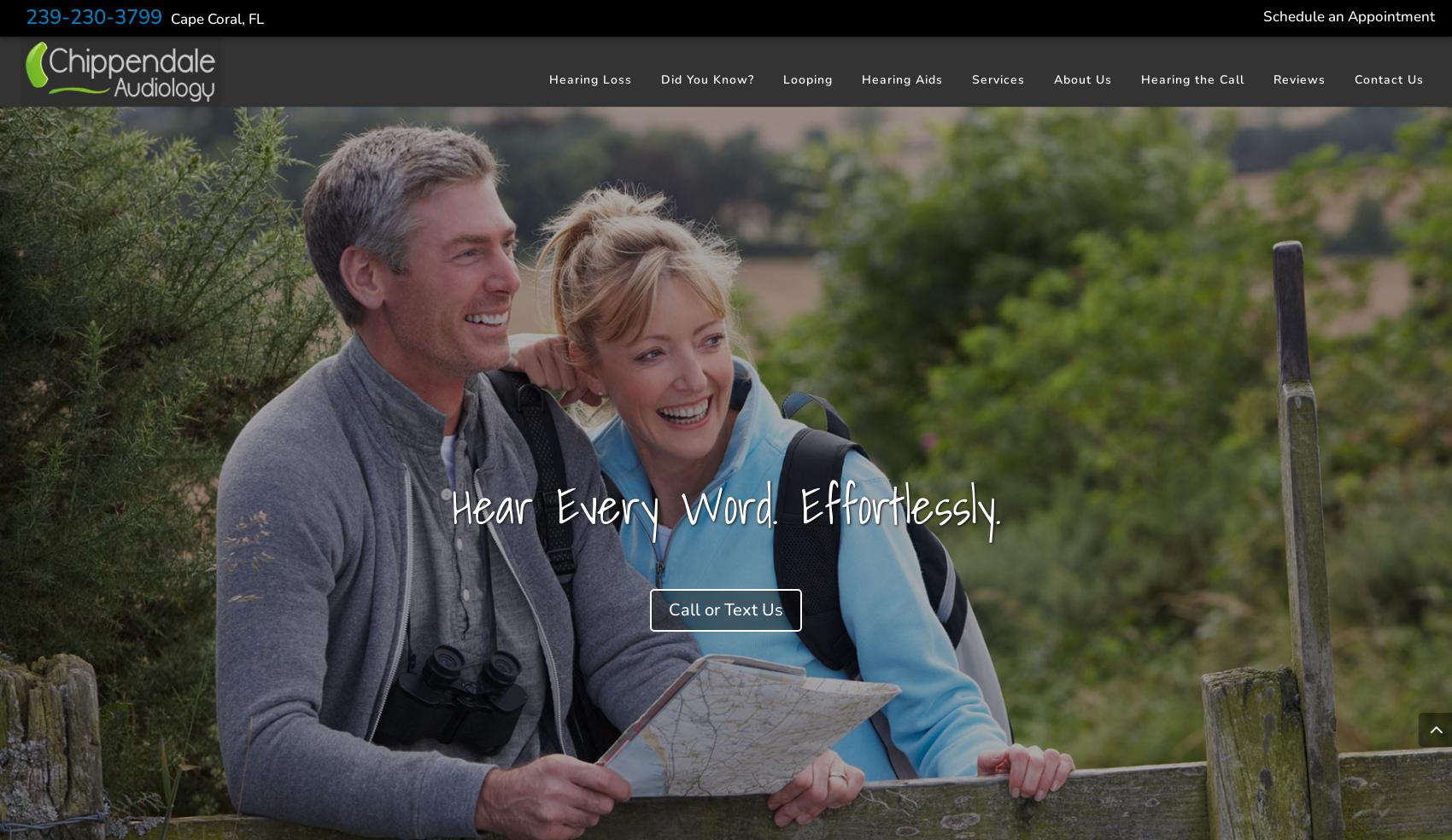 The height and width of the screenshot is (840, 1452). I want to click on 'Noise-induced Hearing Loss', so click(752, 150).